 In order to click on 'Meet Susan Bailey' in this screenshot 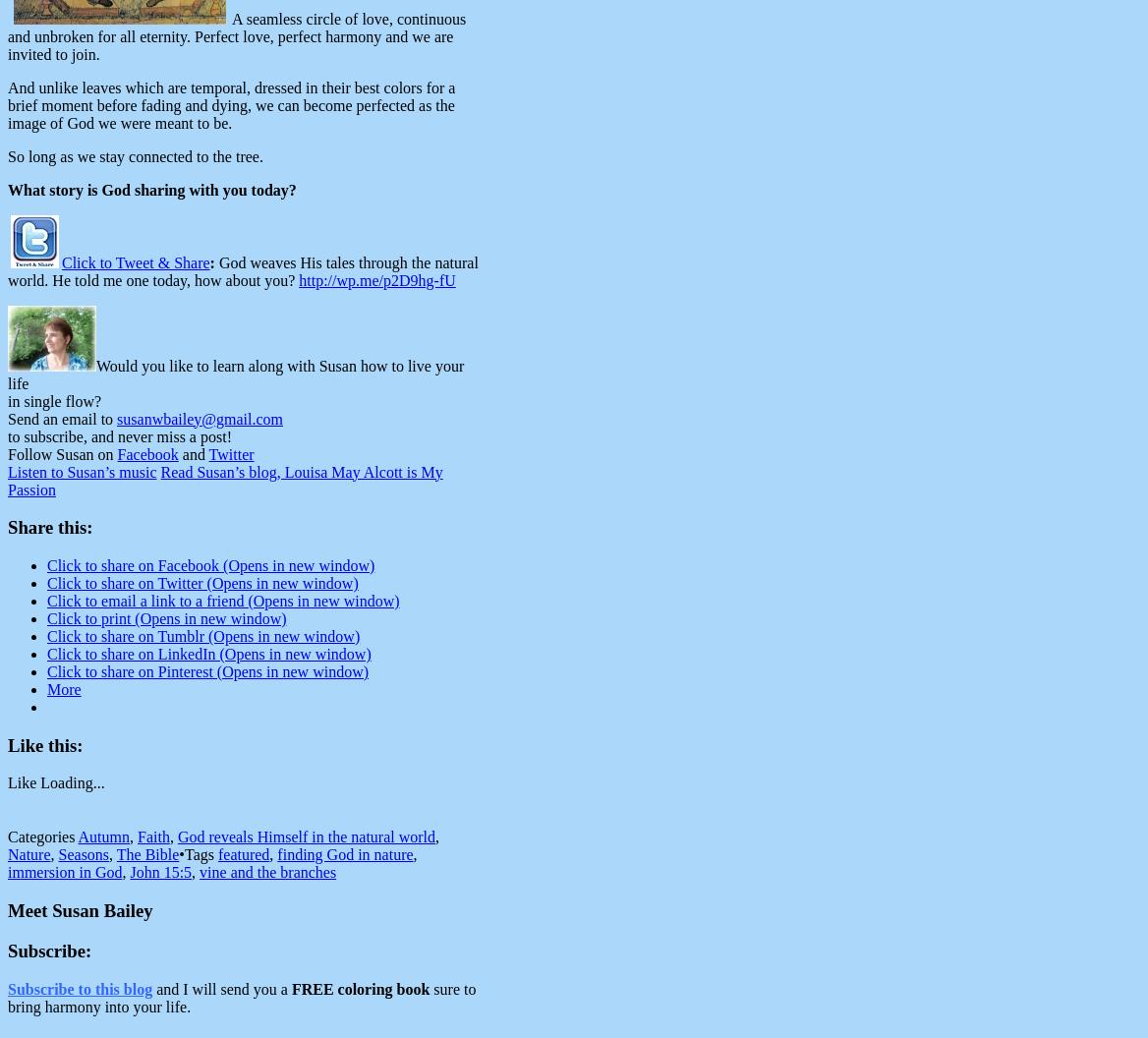, I will do `click(79, 910)`.